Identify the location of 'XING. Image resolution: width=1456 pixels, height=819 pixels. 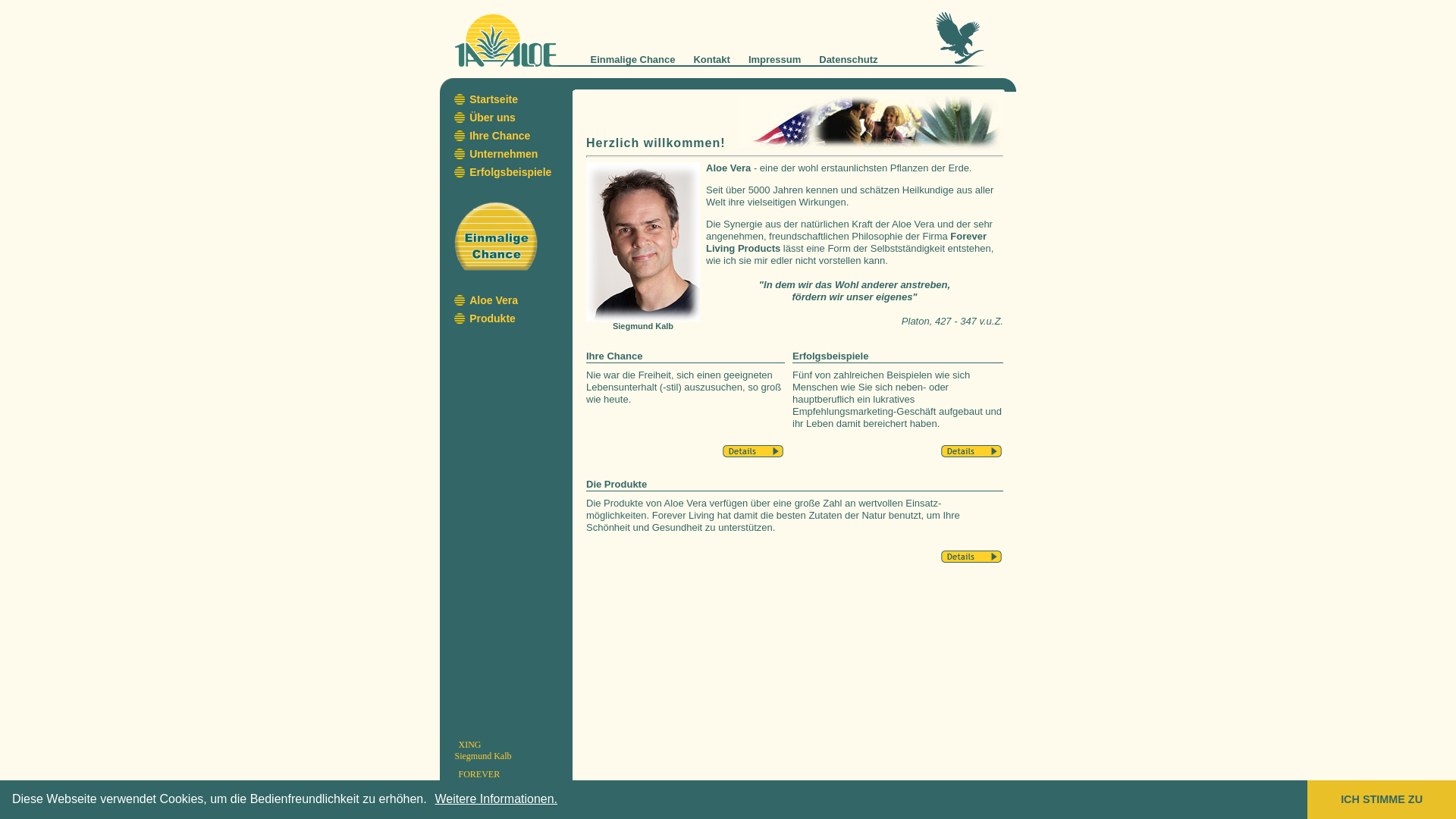
(482, 749).